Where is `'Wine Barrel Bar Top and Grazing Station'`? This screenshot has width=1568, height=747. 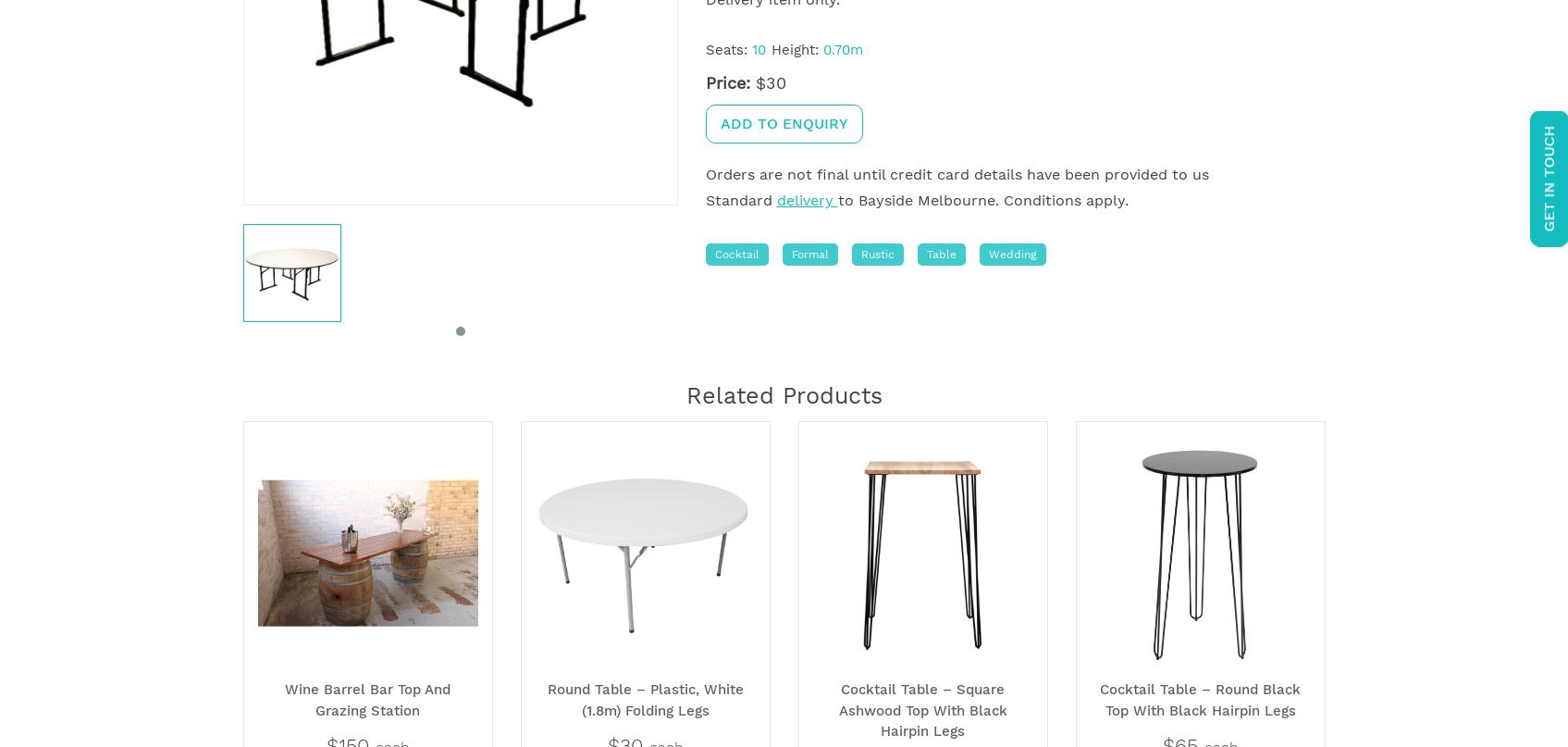 'Wine Barrel Bar Top and Grazing Station' is located at coordinates (284, 698).